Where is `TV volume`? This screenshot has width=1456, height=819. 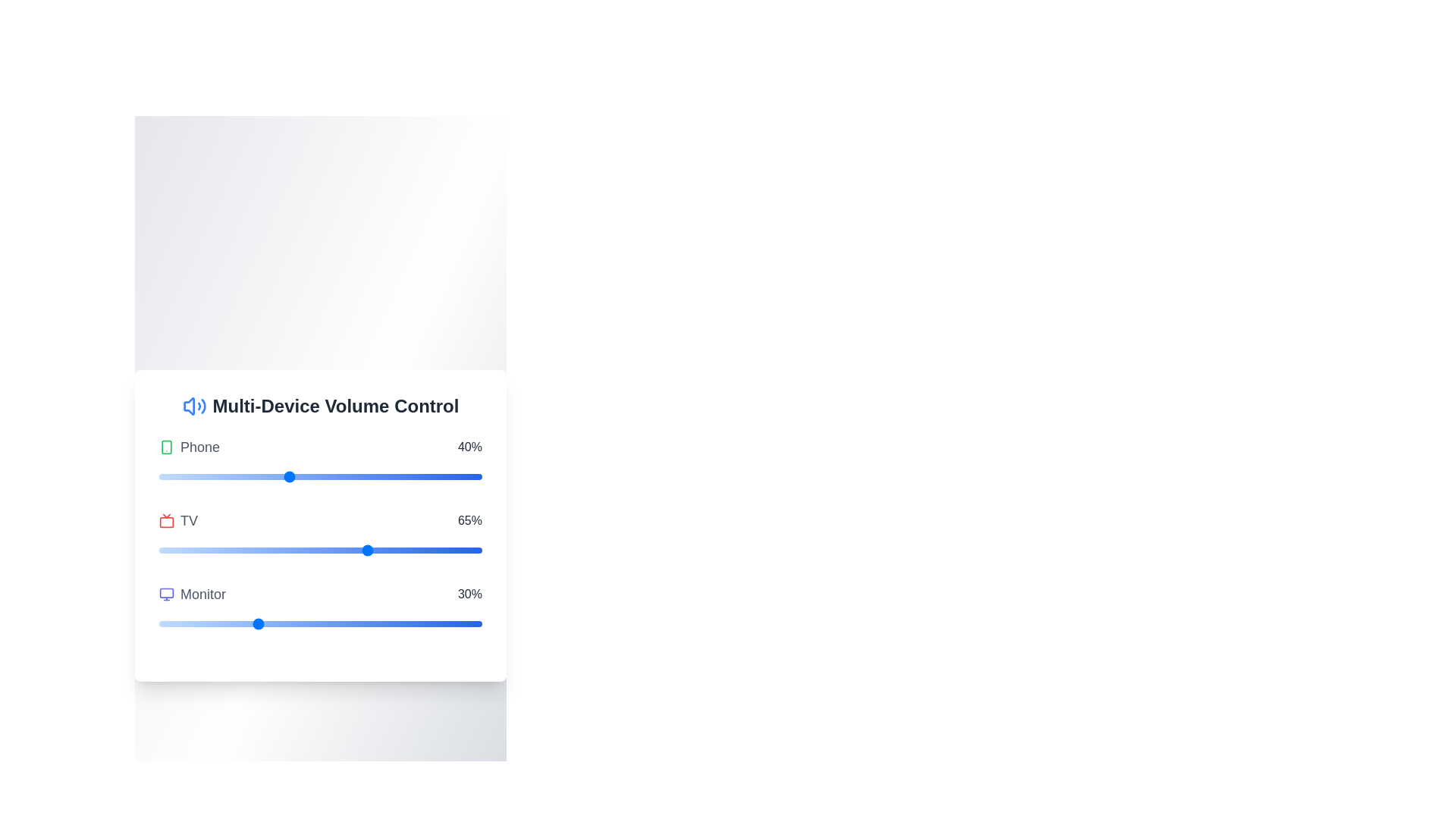 TV volume is located at coordinates (326, 550).